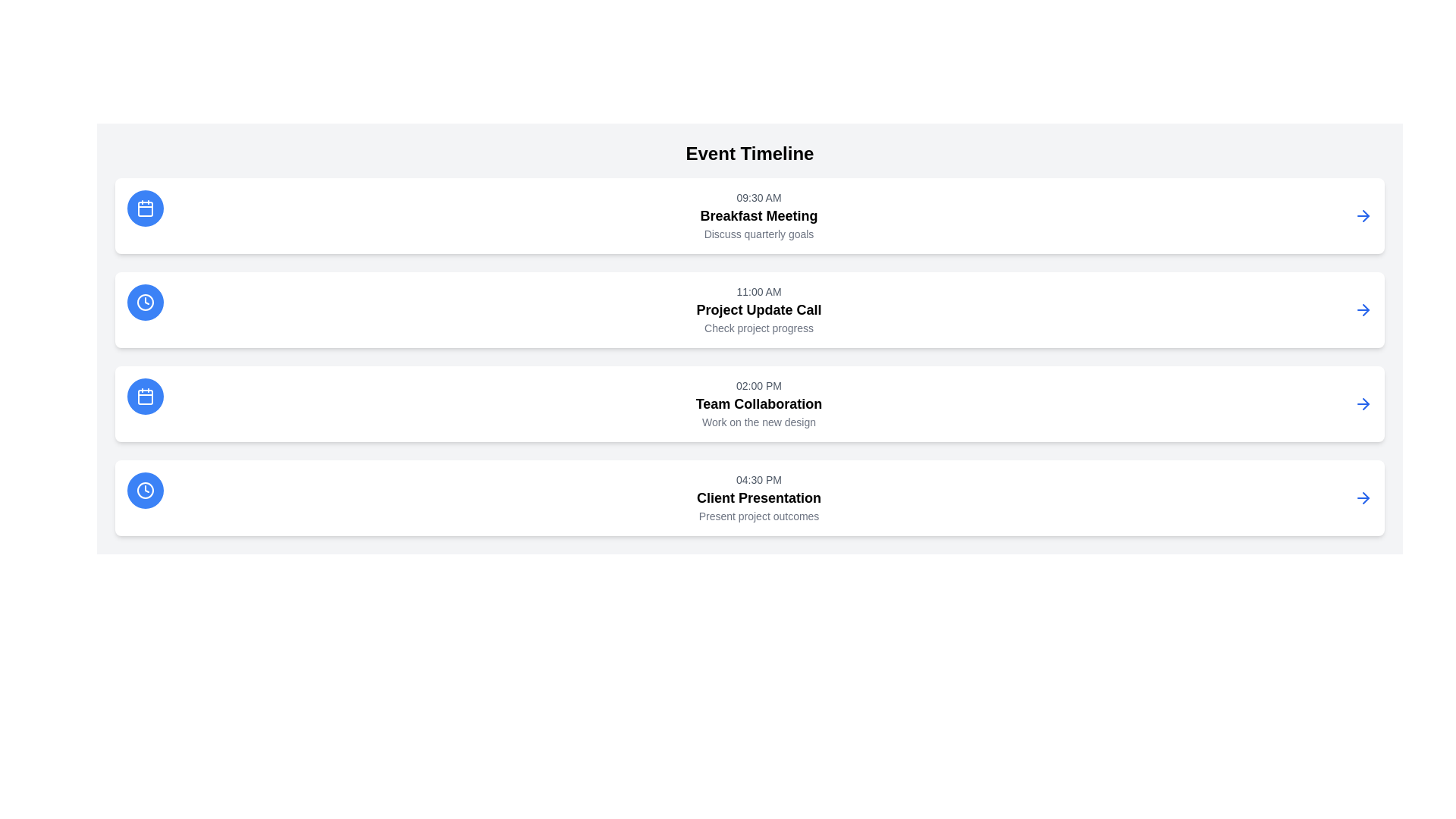 This screenshot has height=819, width=1456. I want to click on the event title/header element located between '09:30 AM' and 'Discuss quarterly goals' in the event card list, so click(759, 216).